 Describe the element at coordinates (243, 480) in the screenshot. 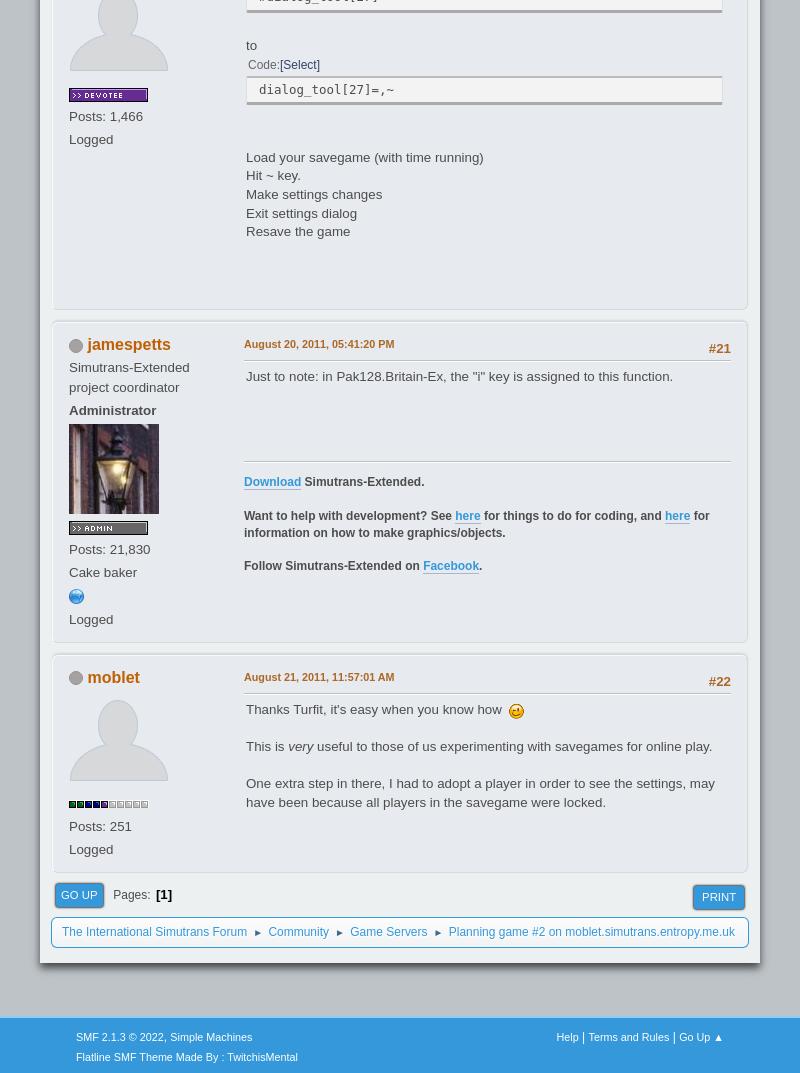

I see `'Download'` at that location.